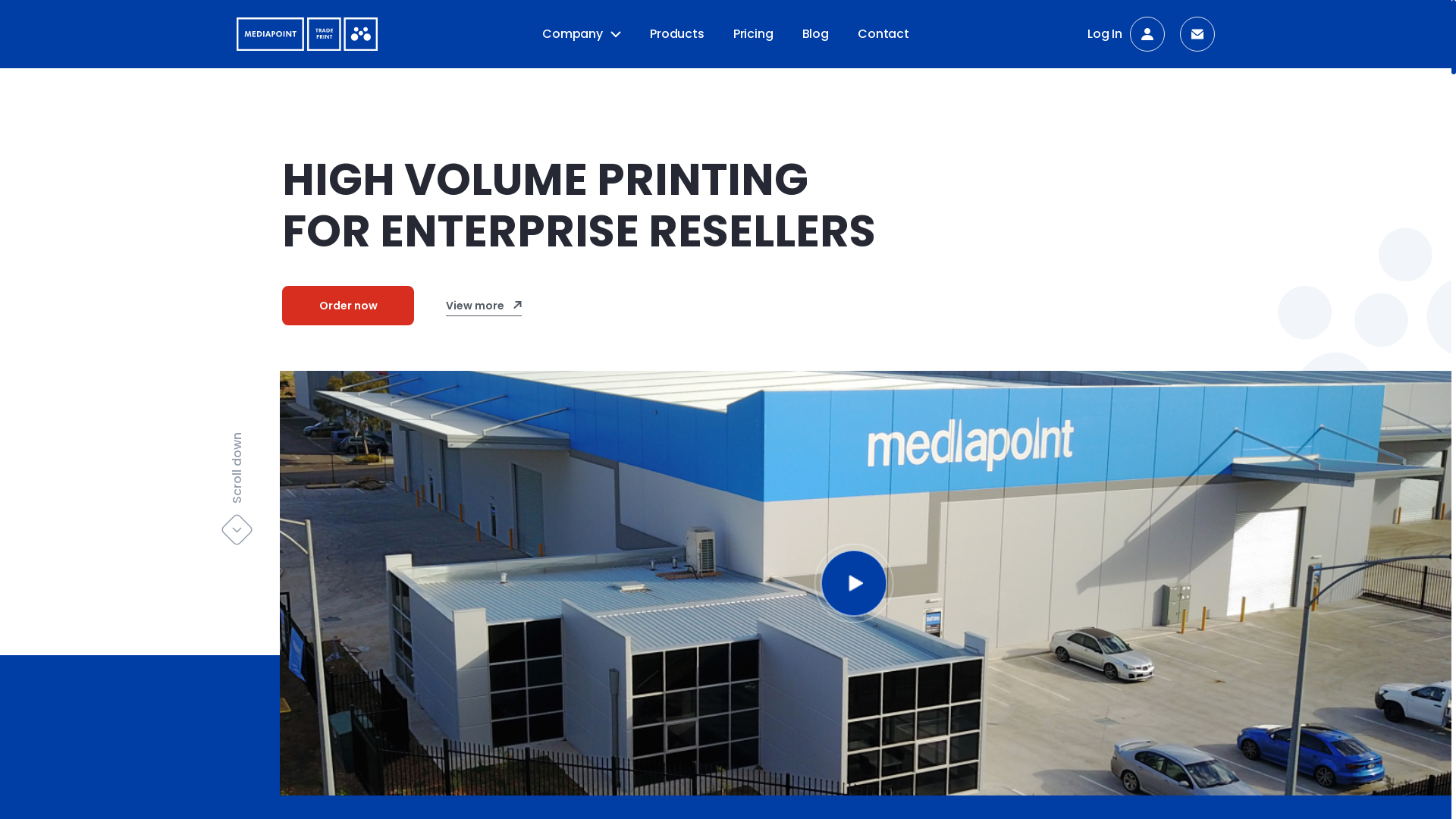 Image resolution: width=1456 pixels, height=819 pixels. Describe the element at coordinates (1125, 34) in the screenshot. I see `'Log In'` at that location.